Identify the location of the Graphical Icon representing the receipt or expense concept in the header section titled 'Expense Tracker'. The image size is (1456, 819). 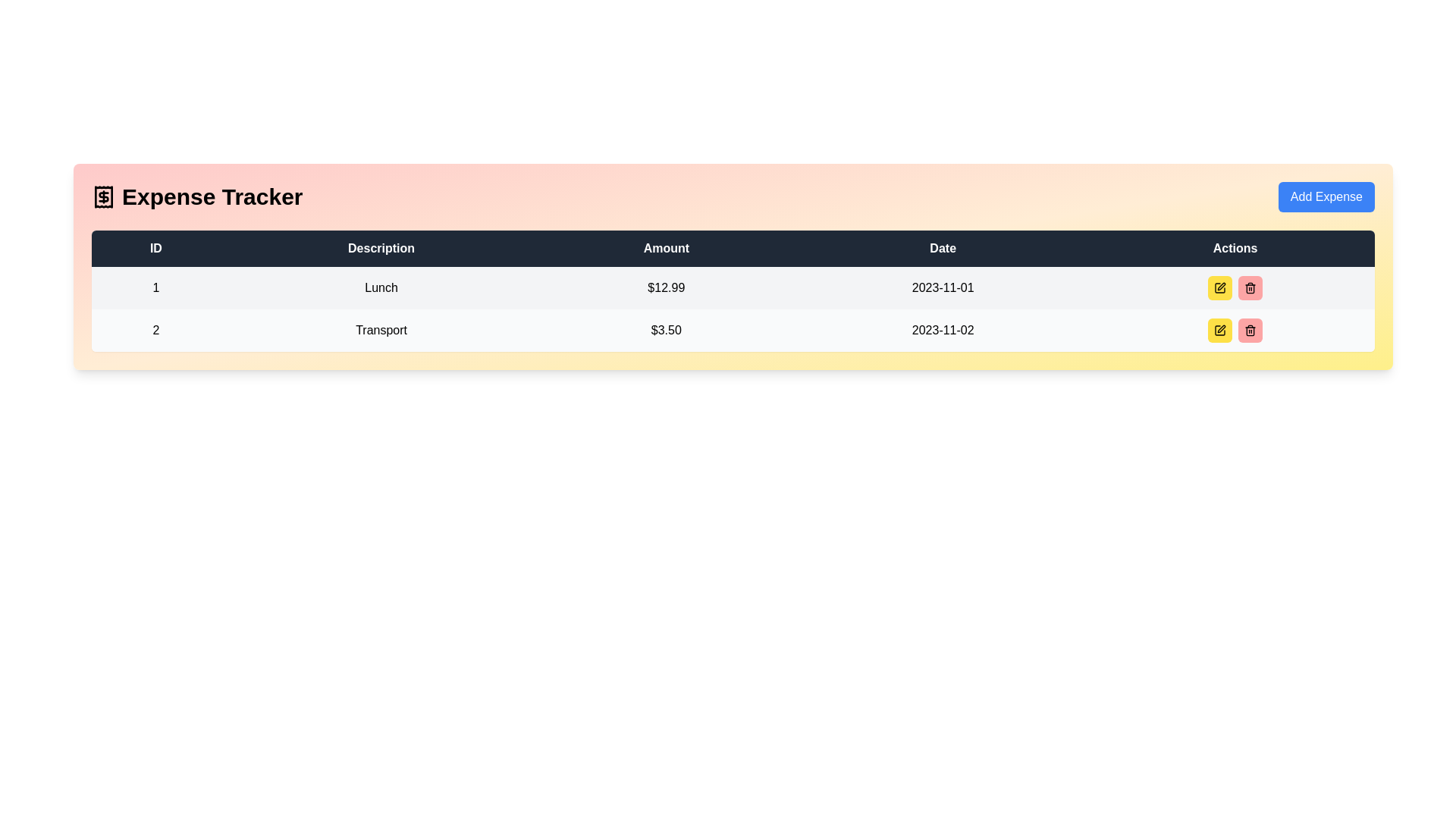
(103, 196).